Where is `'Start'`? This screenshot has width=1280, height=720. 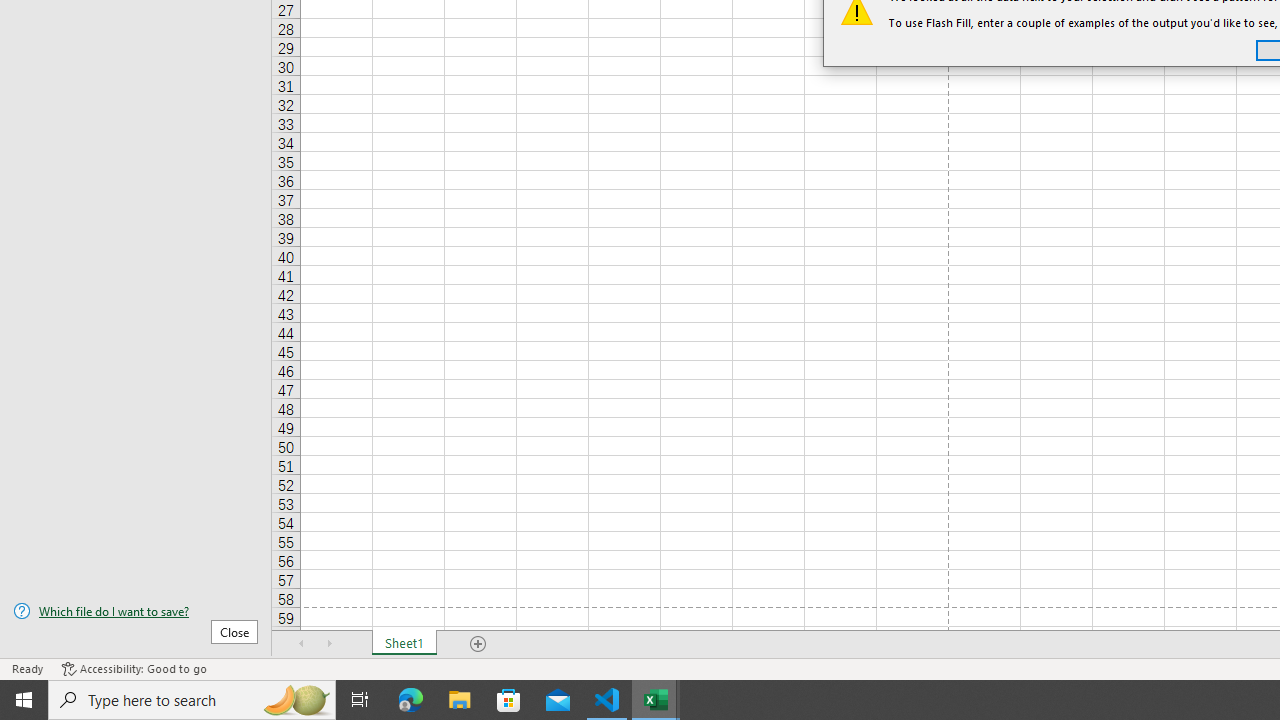 'Start' is located at coordinates (24, 698).